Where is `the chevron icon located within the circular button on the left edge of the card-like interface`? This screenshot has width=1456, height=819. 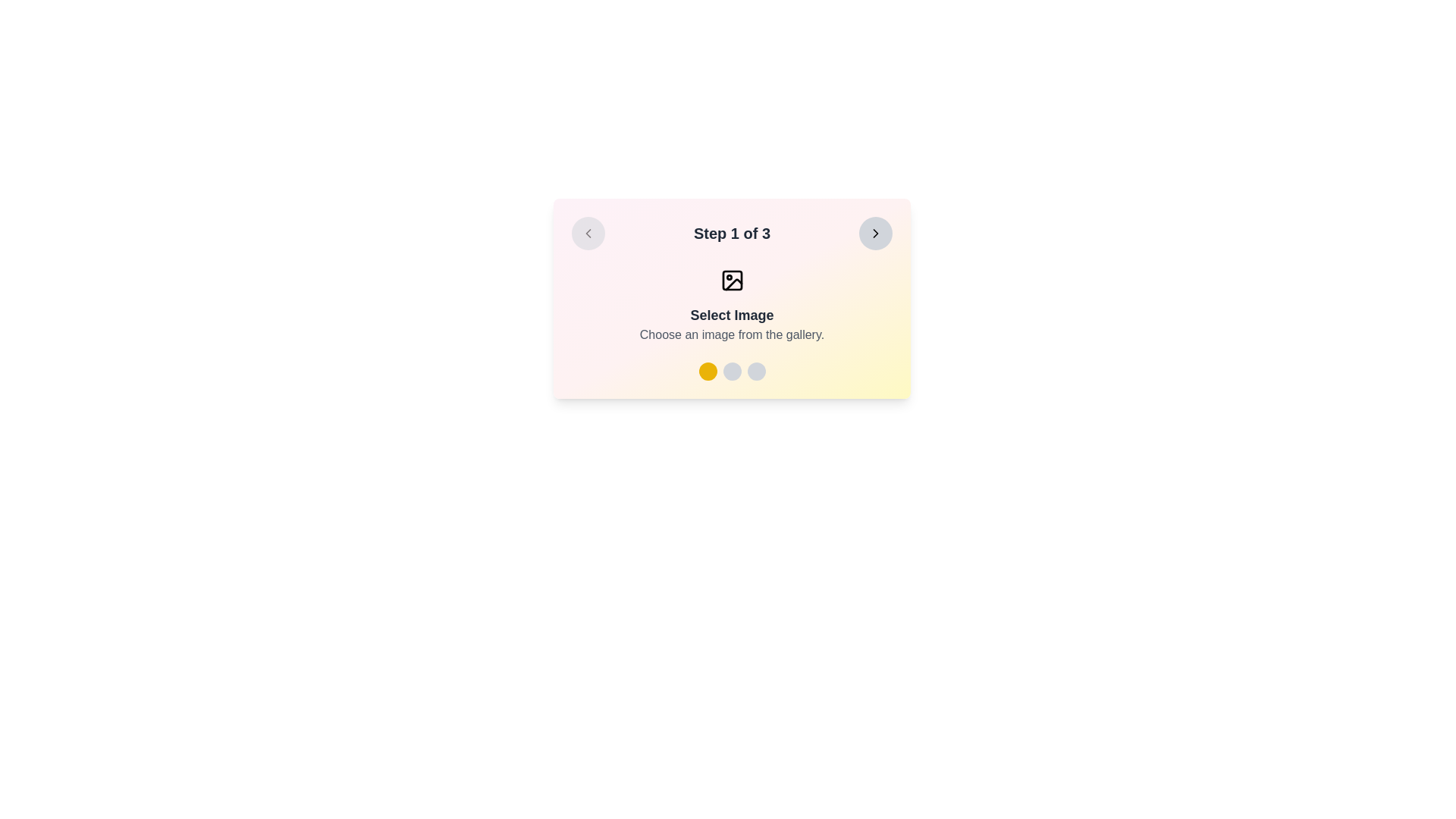 the chevron icon located within the circular button on the left edge of the card-like interface is located at coordinates (588, 234).